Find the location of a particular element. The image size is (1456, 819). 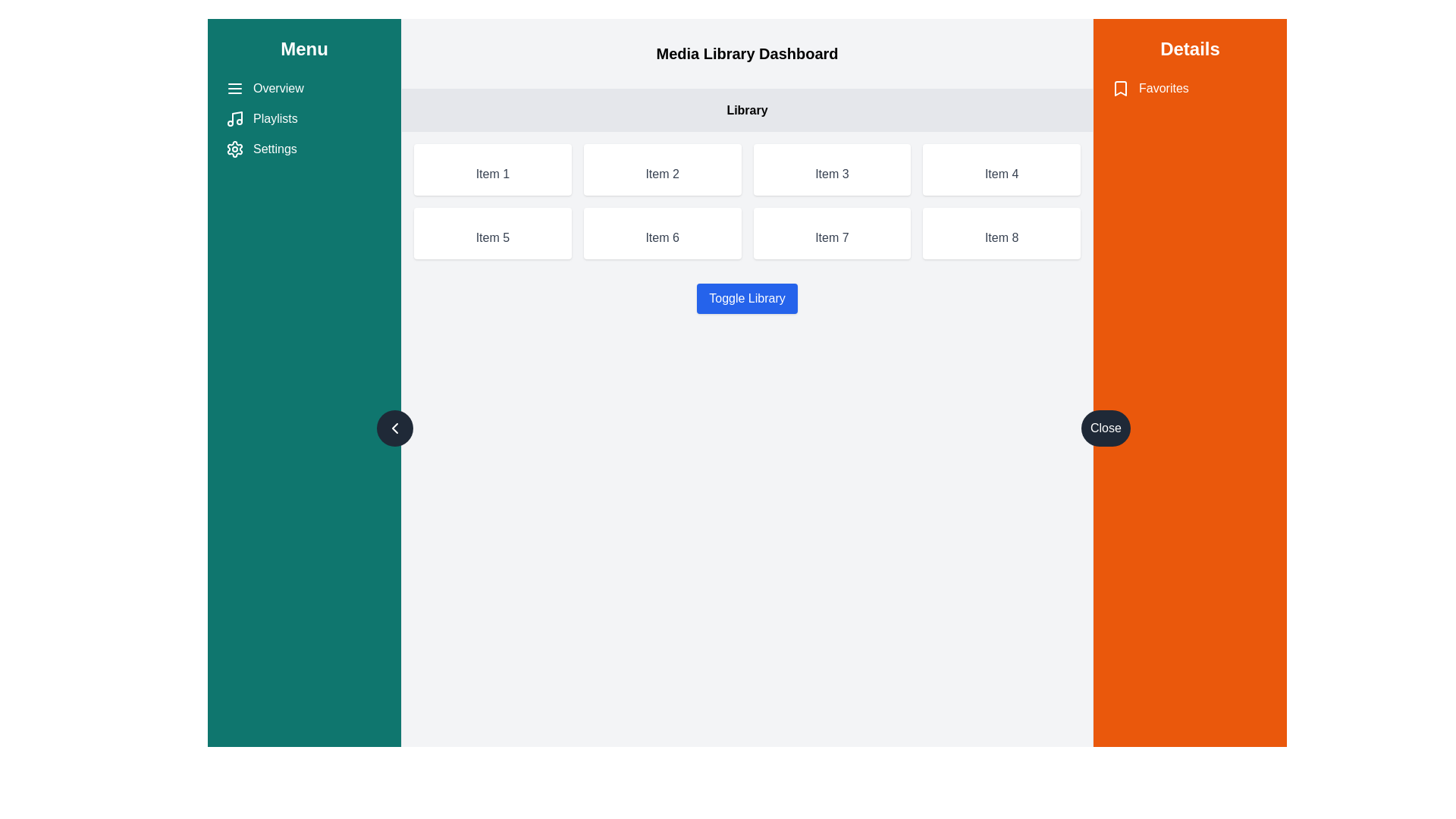

the display card labeled 'Item 7' in the library interface, which is located in the second row and third column of the grid layout is located at coordinates (831, 234).